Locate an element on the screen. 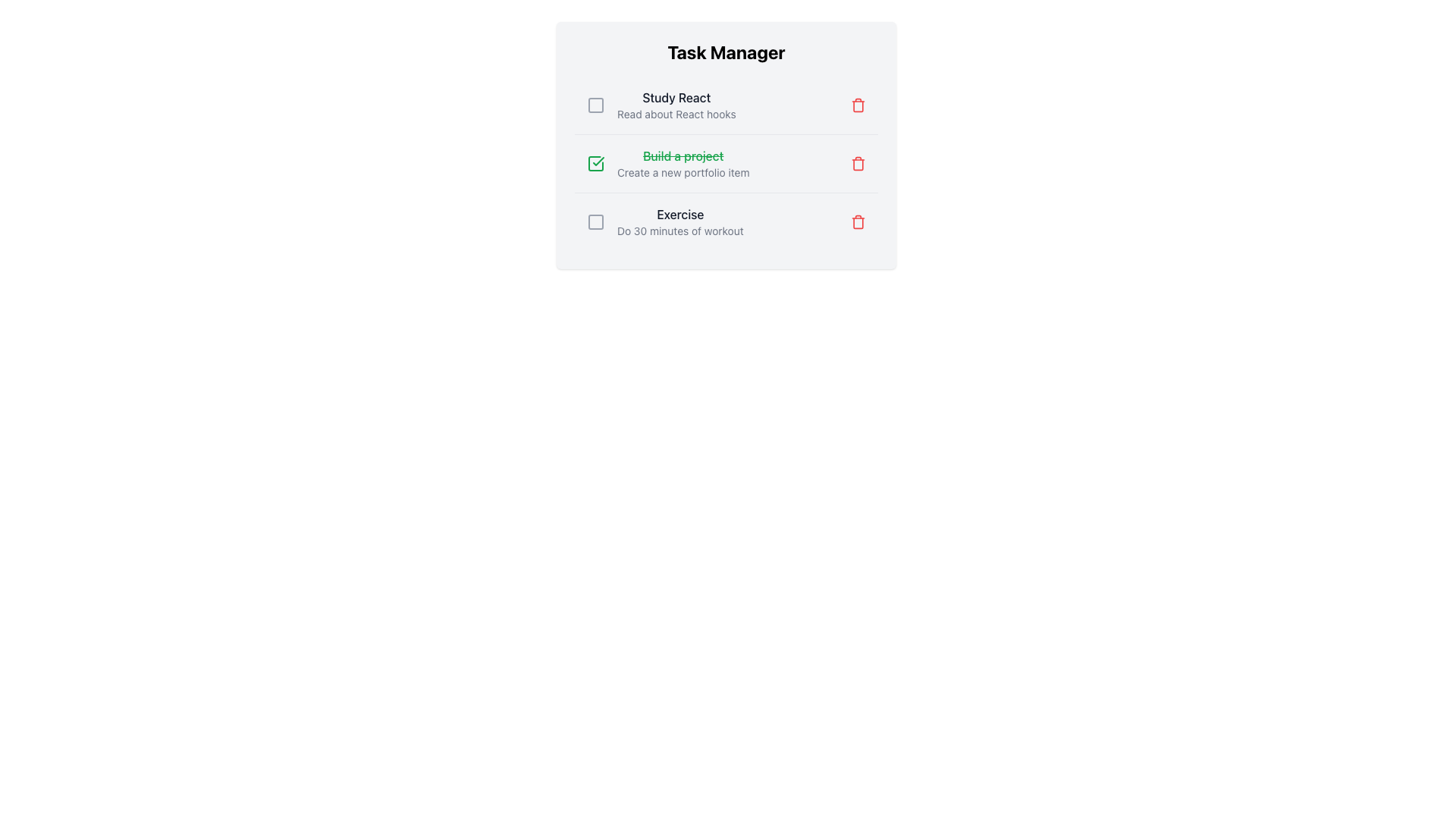 This screenshot has height=819, width=1456. the task item in the first row of the task manager is located at coordinates (661, 104).